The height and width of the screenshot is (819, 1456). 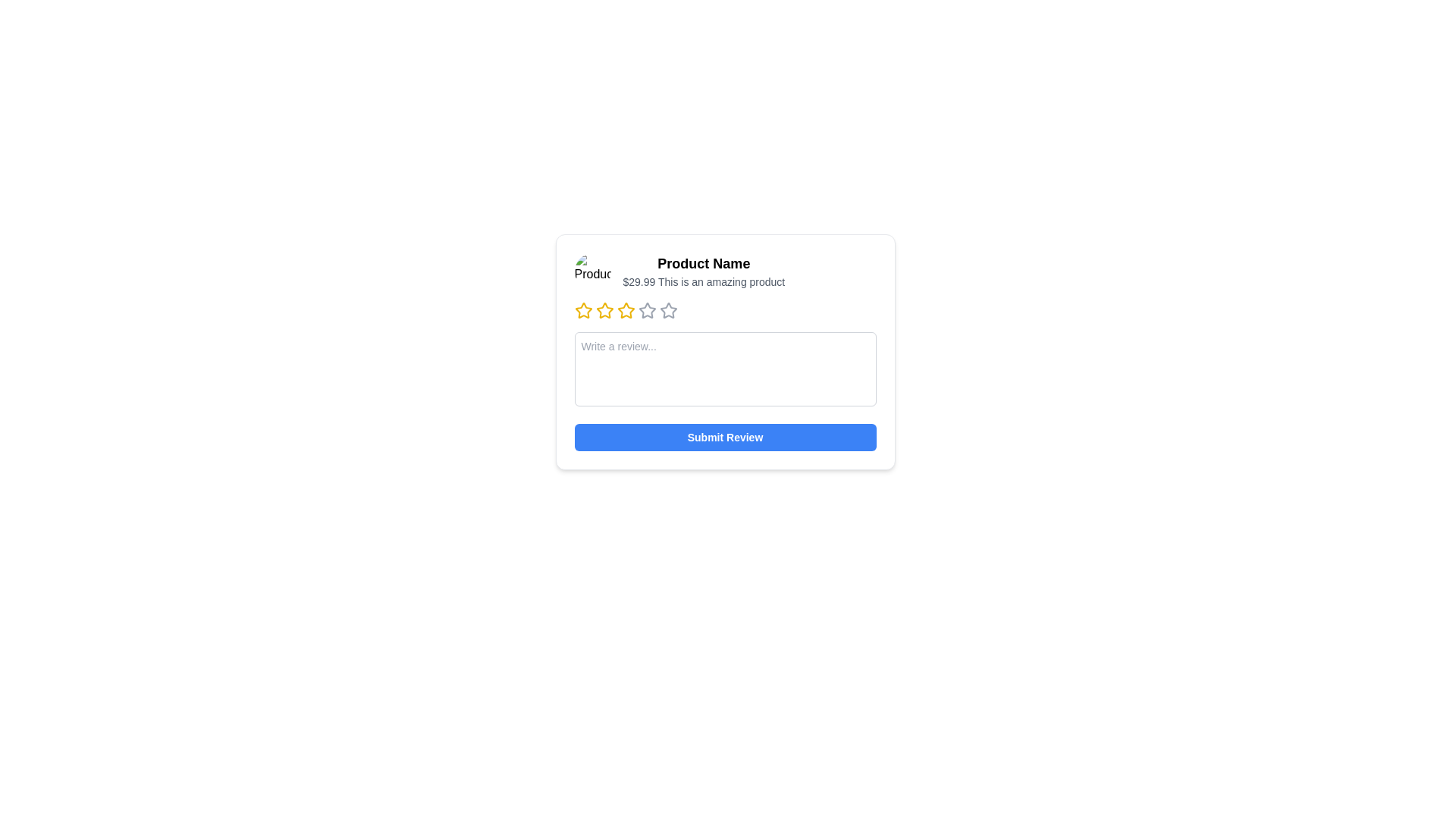 I want to click on the Text content block displaying 'Product Name' and its description '$29.99 This is an amazing product', which is centrally located in the interface within a card layout, so click(x=703, y=271).